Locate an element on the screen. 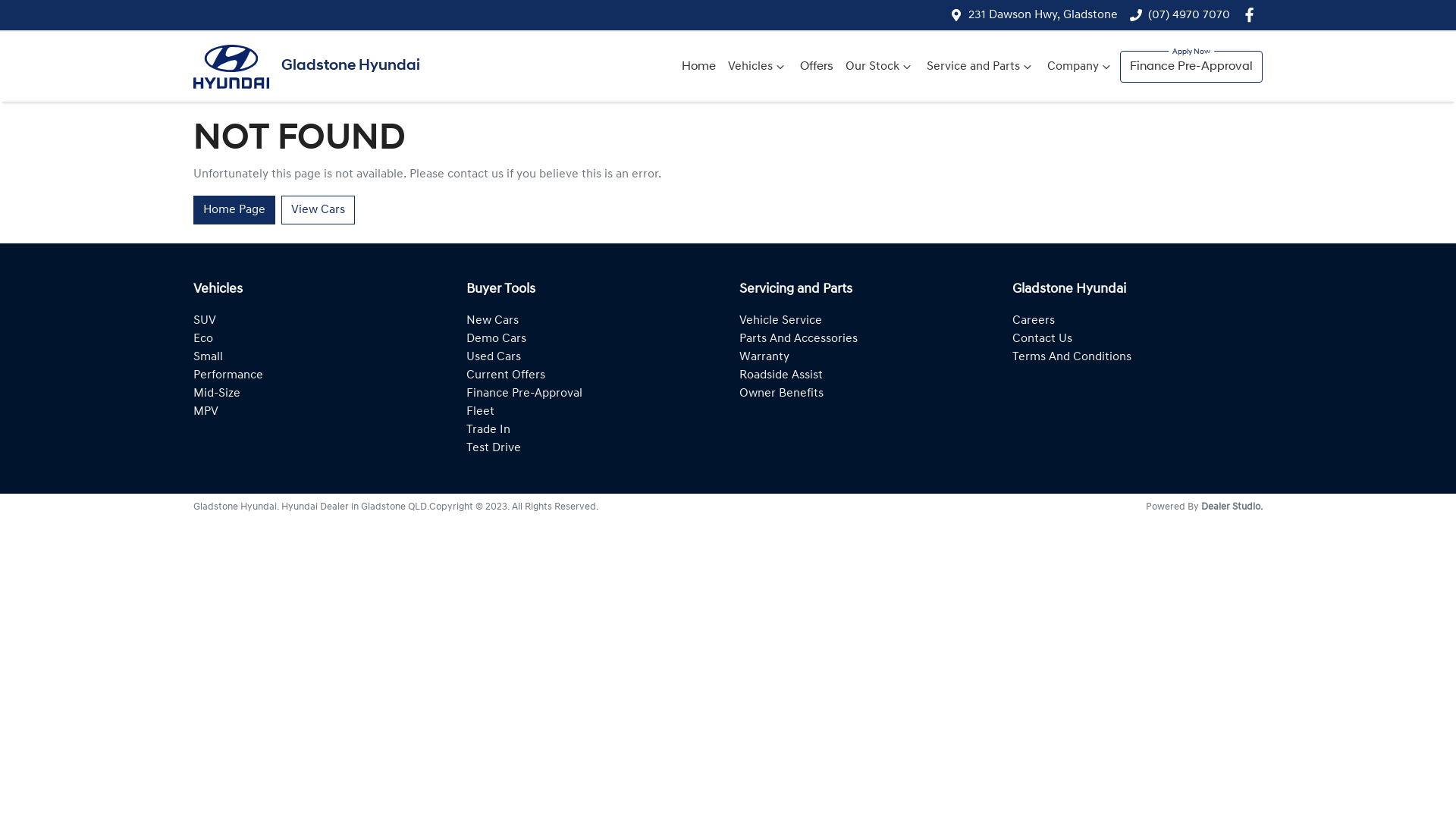  'Careers' is located at coordinates (1033, 320).